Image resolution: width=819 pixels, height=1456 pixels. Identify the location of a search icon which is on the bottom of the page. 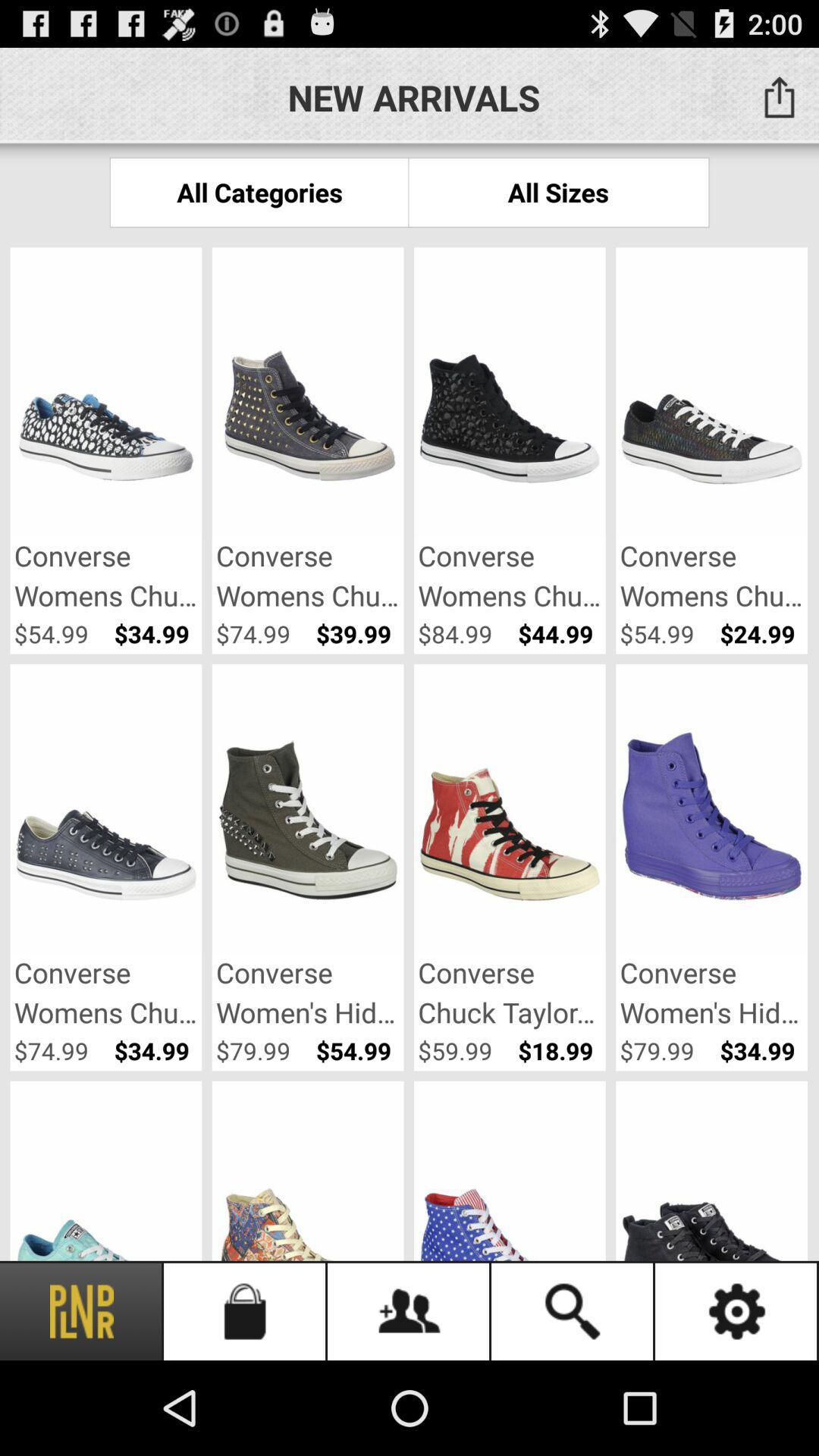
(573, 1310).